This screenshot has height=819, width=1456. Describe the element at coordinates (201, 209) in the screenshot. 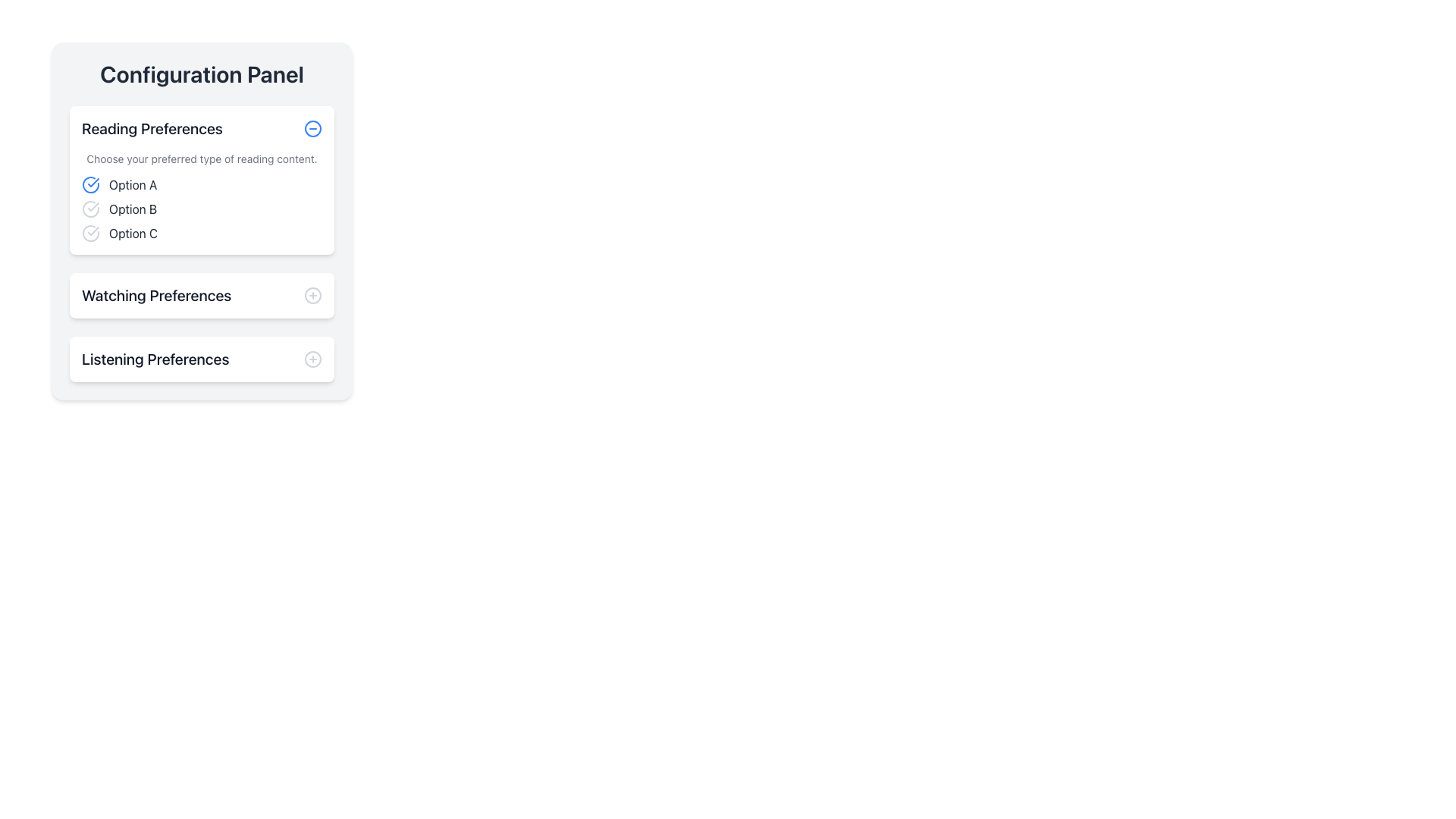

I see `the Radio Button labeled 'Option B' in the 'Reading Preferences' section` at that location.